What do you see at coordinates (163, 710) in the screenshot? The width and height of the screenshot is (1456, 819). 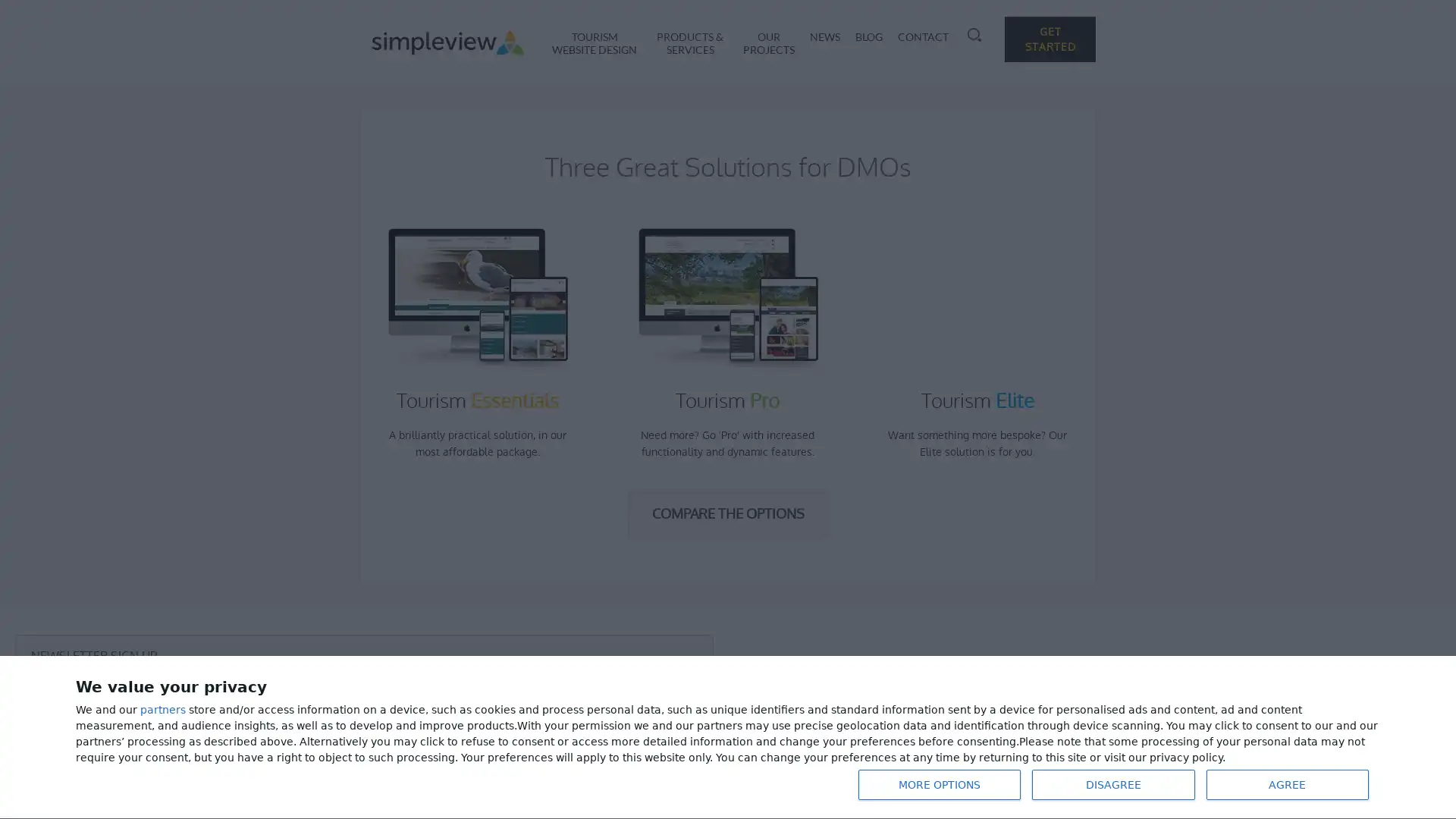 I see `partners` at bounding box center [163, 710].